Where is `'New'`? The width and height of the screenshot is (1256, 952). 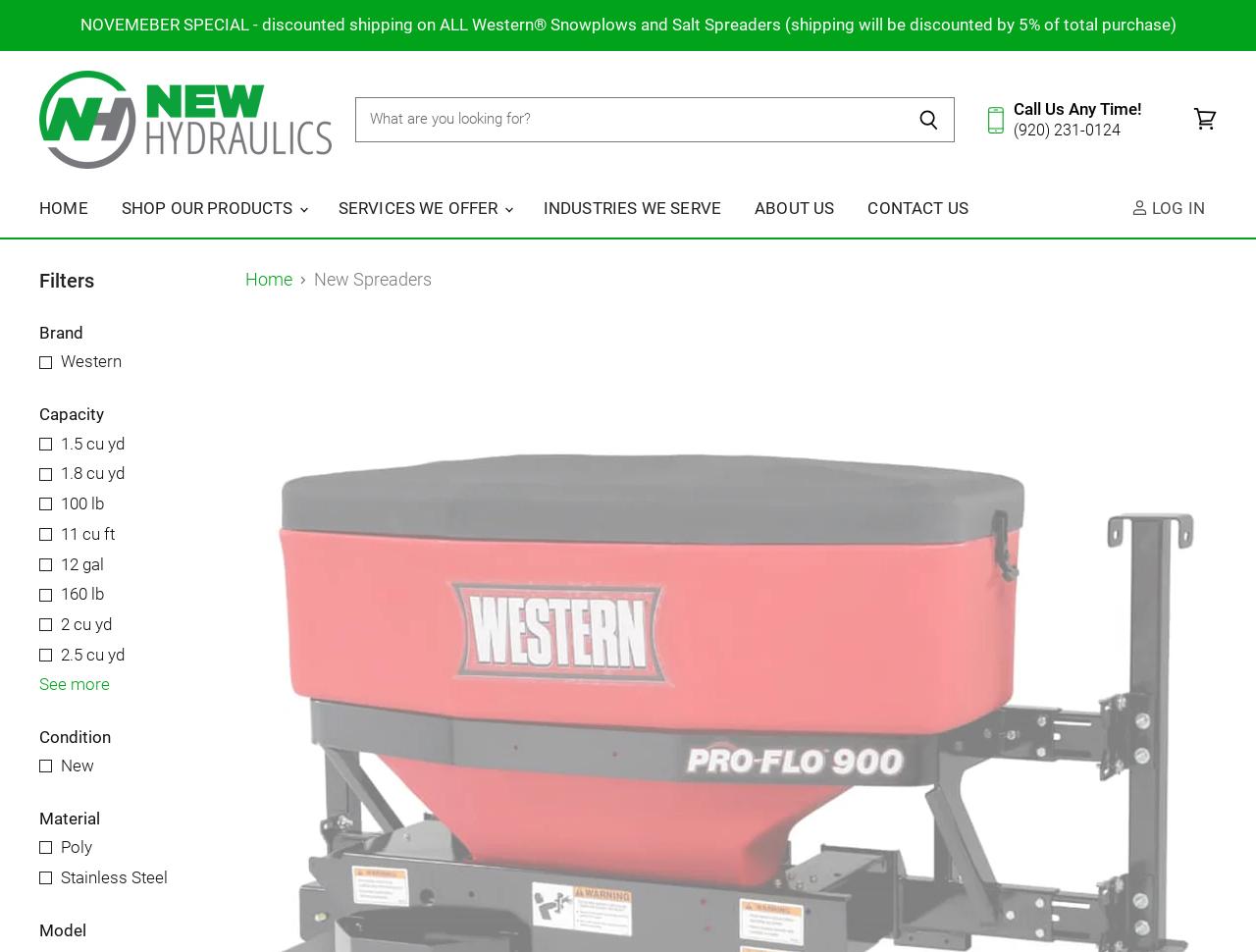
'New' is located at coordinates (60, 765).